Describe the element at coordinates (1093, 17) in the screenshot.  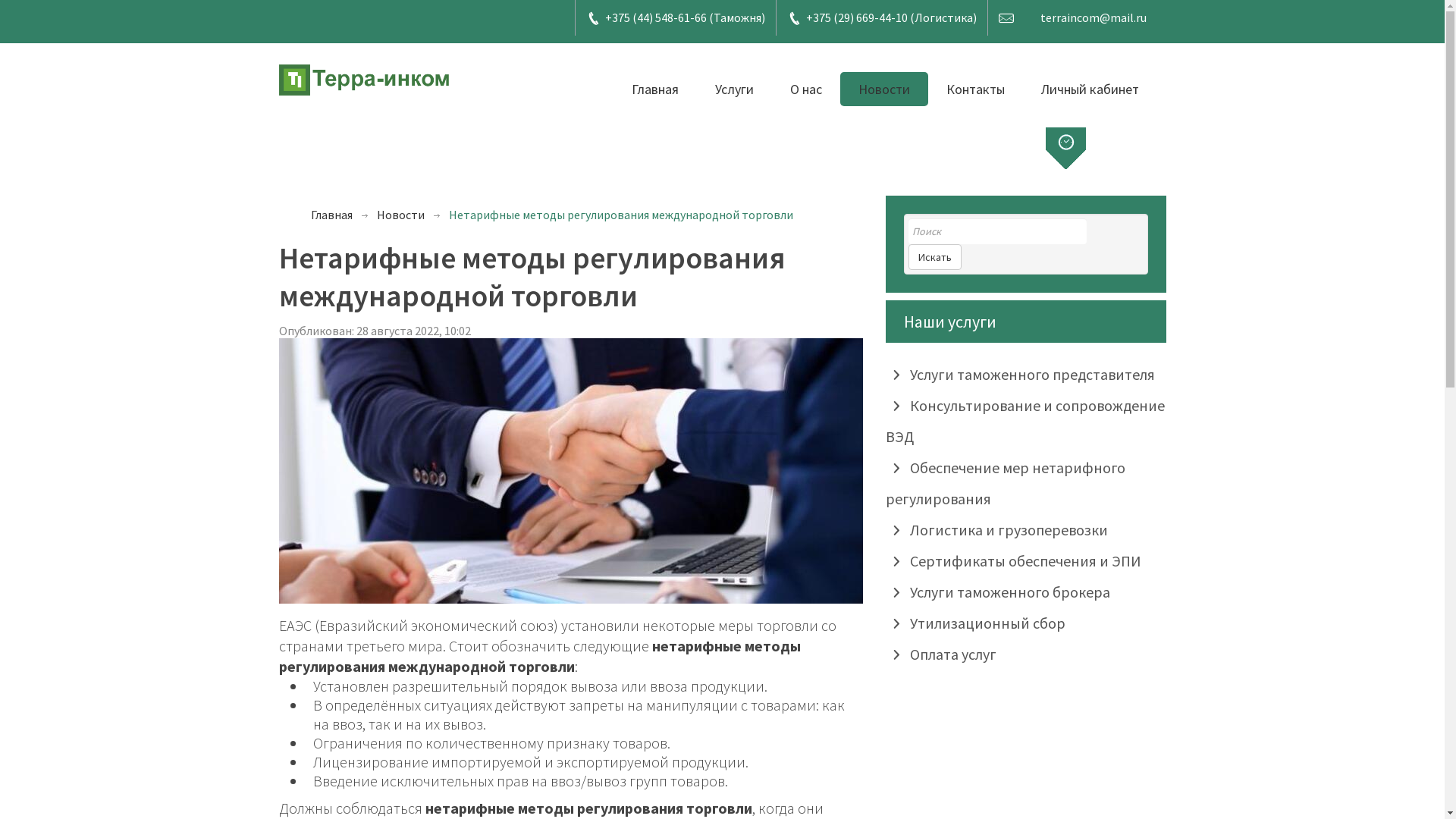
I see `'terraincom@mail.ru'` at that location.